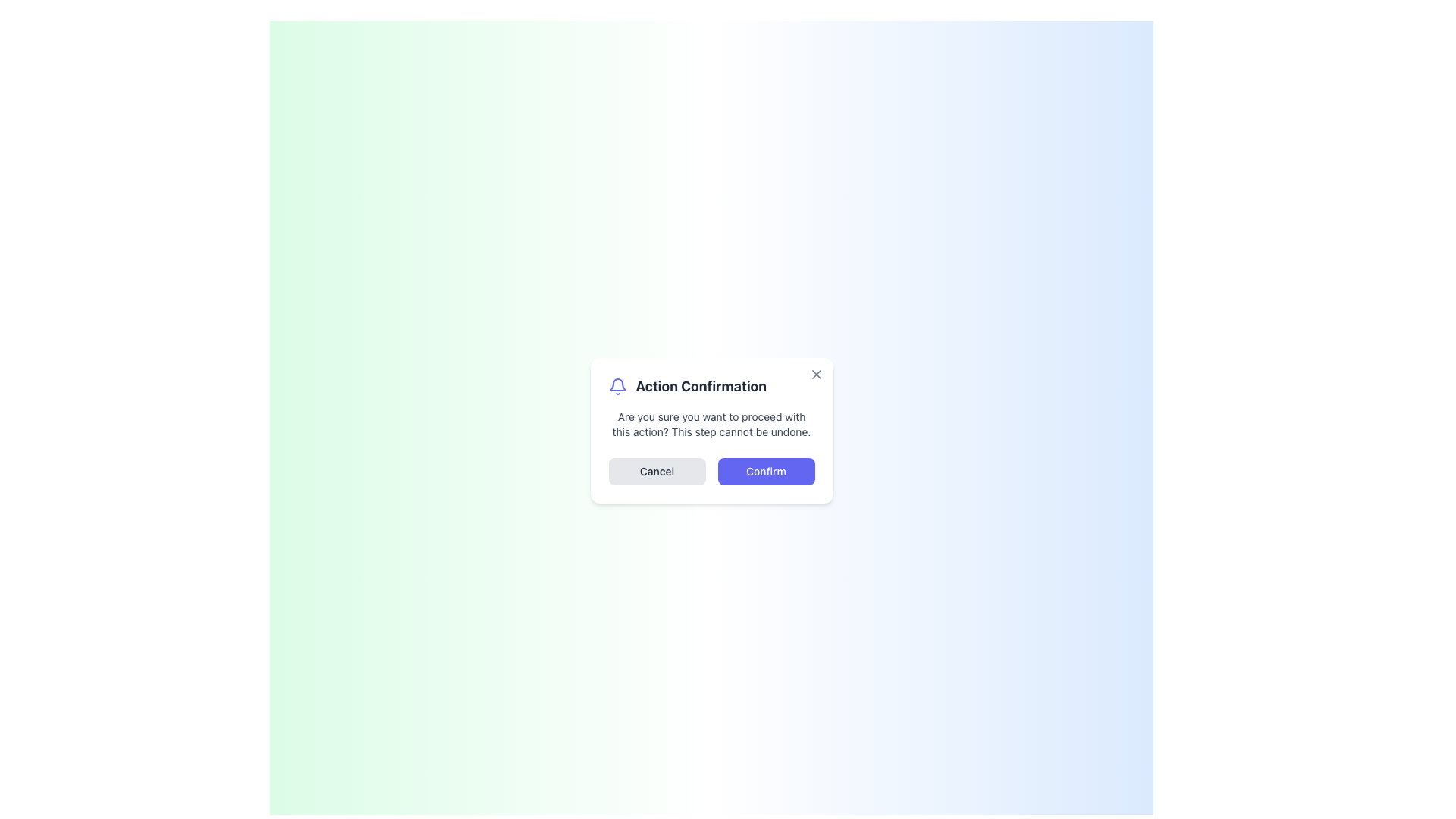  Describe the element at coordinates (711, 424) in the screenshot. I see `the static text field displaying the confirmation message "Are you sure you want to proceed with this action? This step cannot be undone?" located in the confirmation dialog box` at that location.